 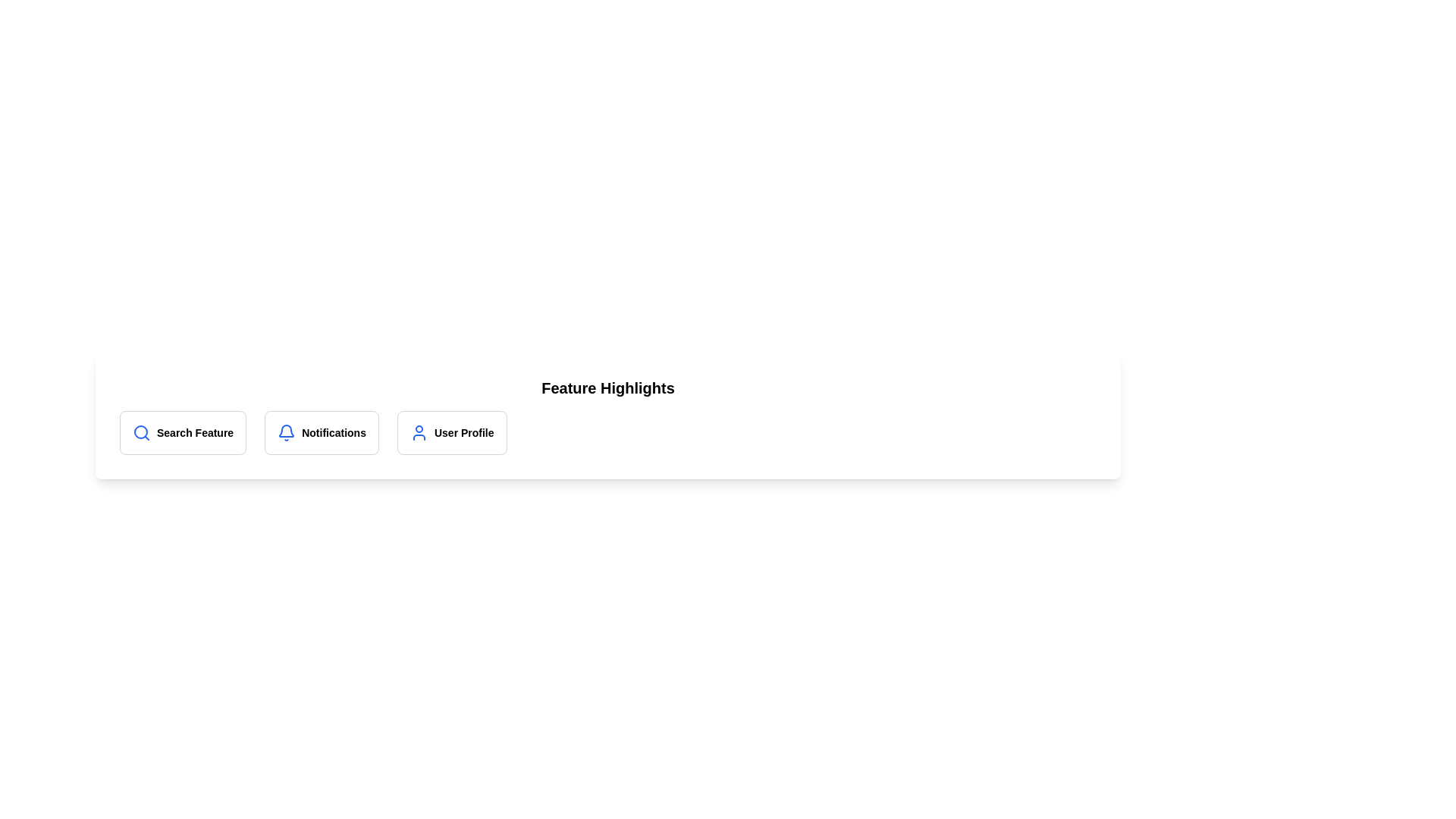 I want to click on the chip corresponding to Notifications, so click(x=321, y=432).